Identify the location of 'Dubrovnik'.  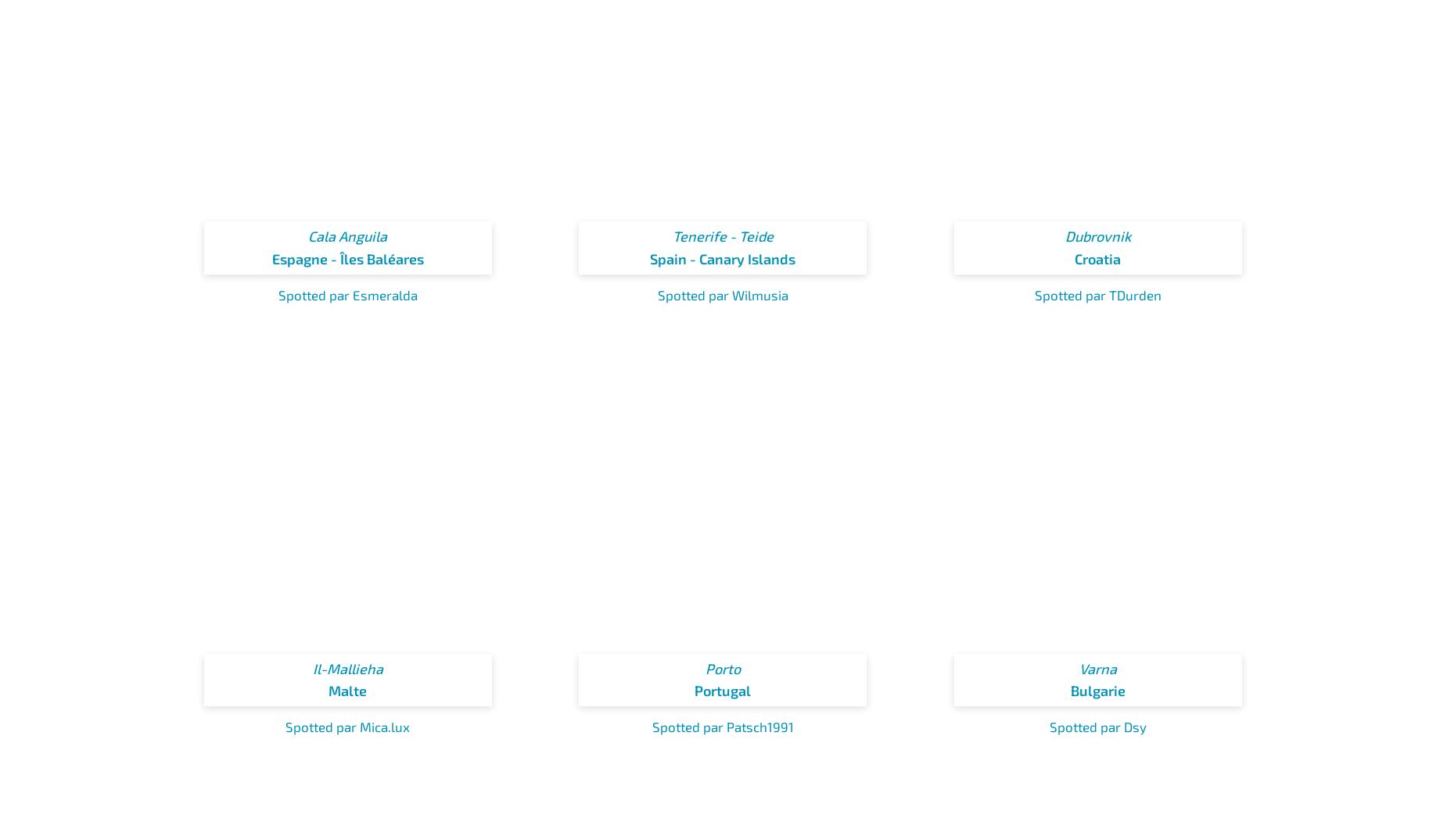
(1097, 236).